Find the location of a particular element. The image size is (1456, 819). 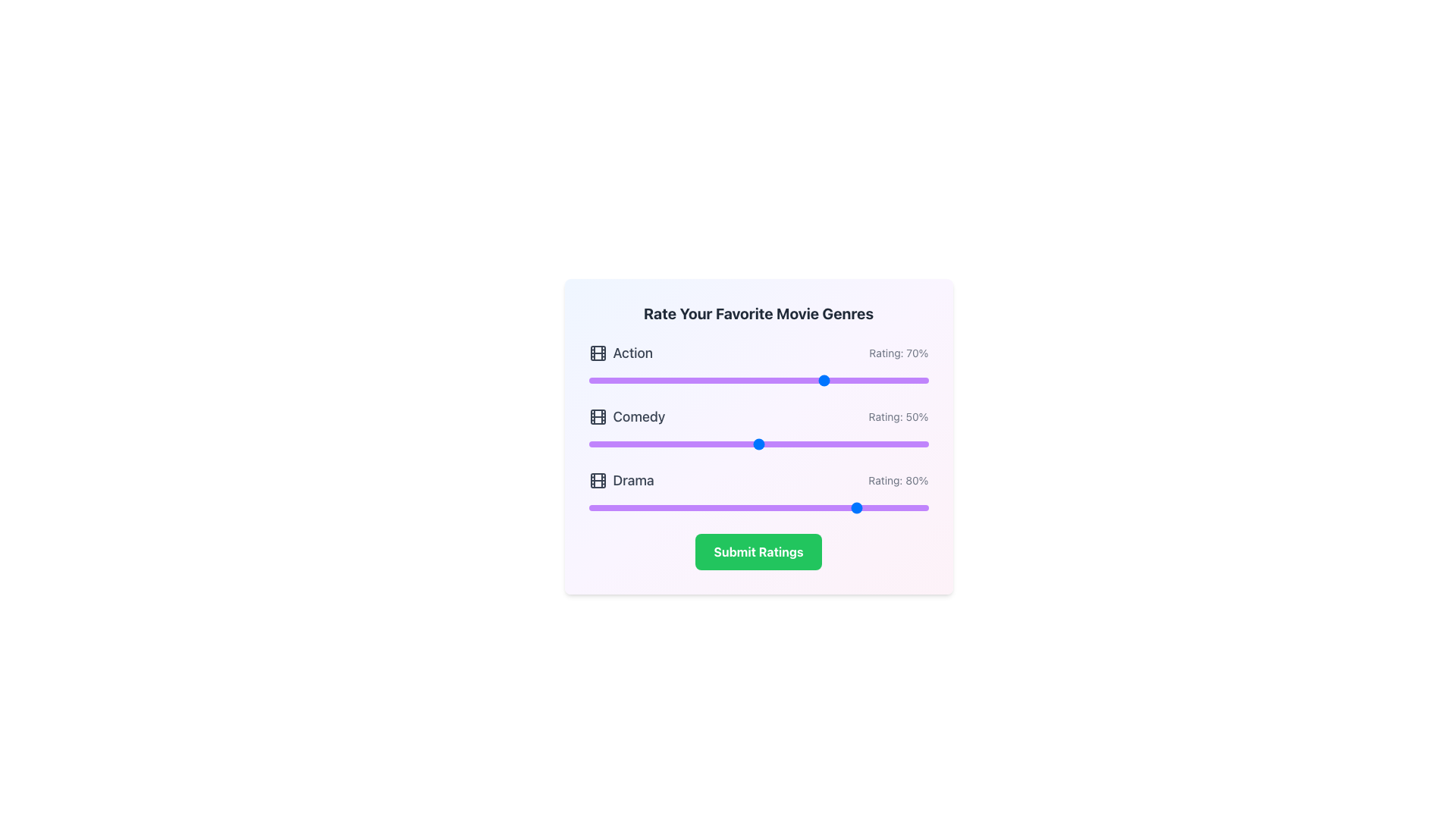

the slider is located at coordinates (874, 444).